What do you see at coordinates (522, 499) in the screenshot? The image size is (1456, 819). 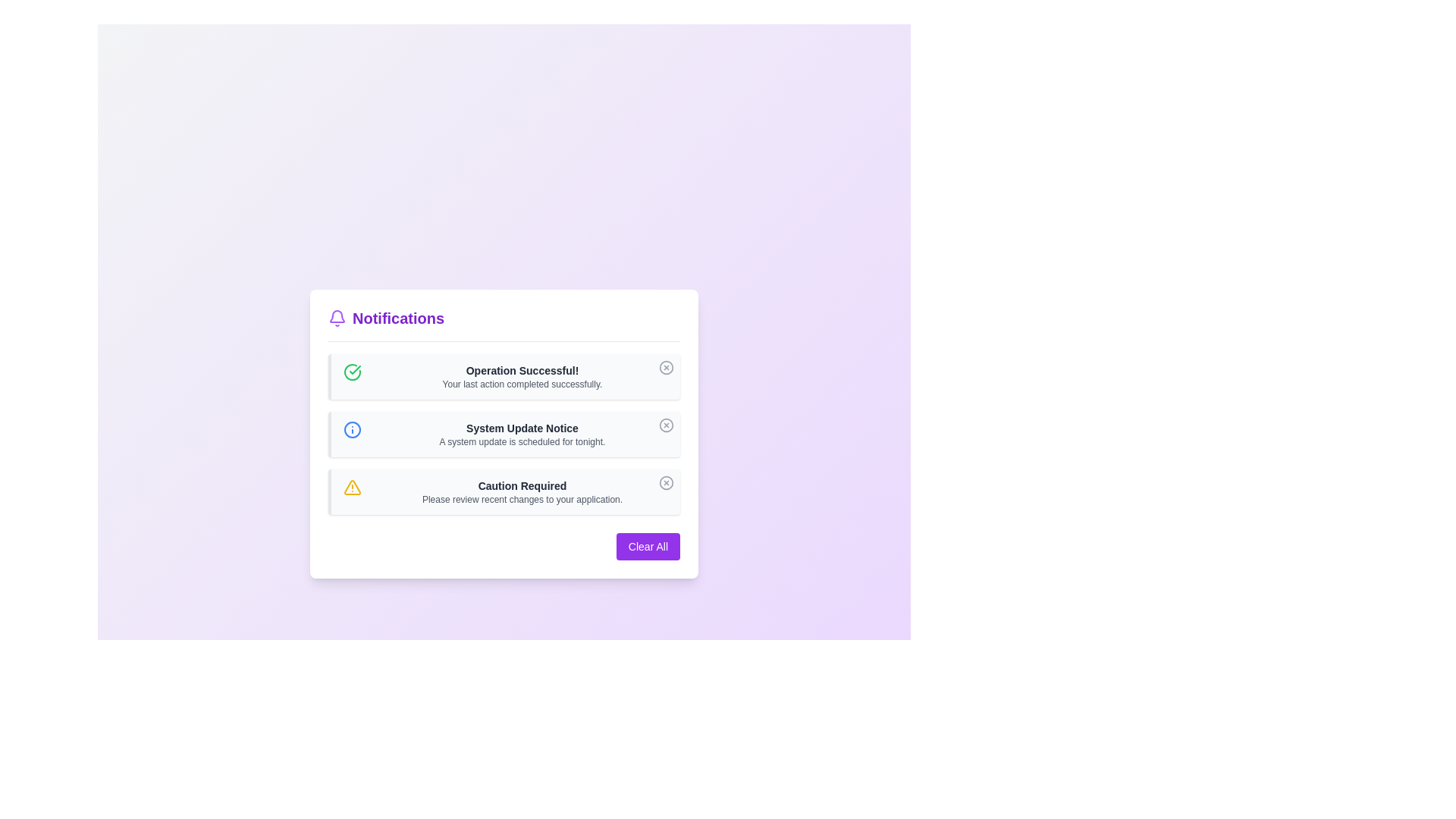 I see `the static text label that reads 'Please review recent changes to your application.' which is located below 'Caution Required' in the third notification box` at bounding box center [522, 499].